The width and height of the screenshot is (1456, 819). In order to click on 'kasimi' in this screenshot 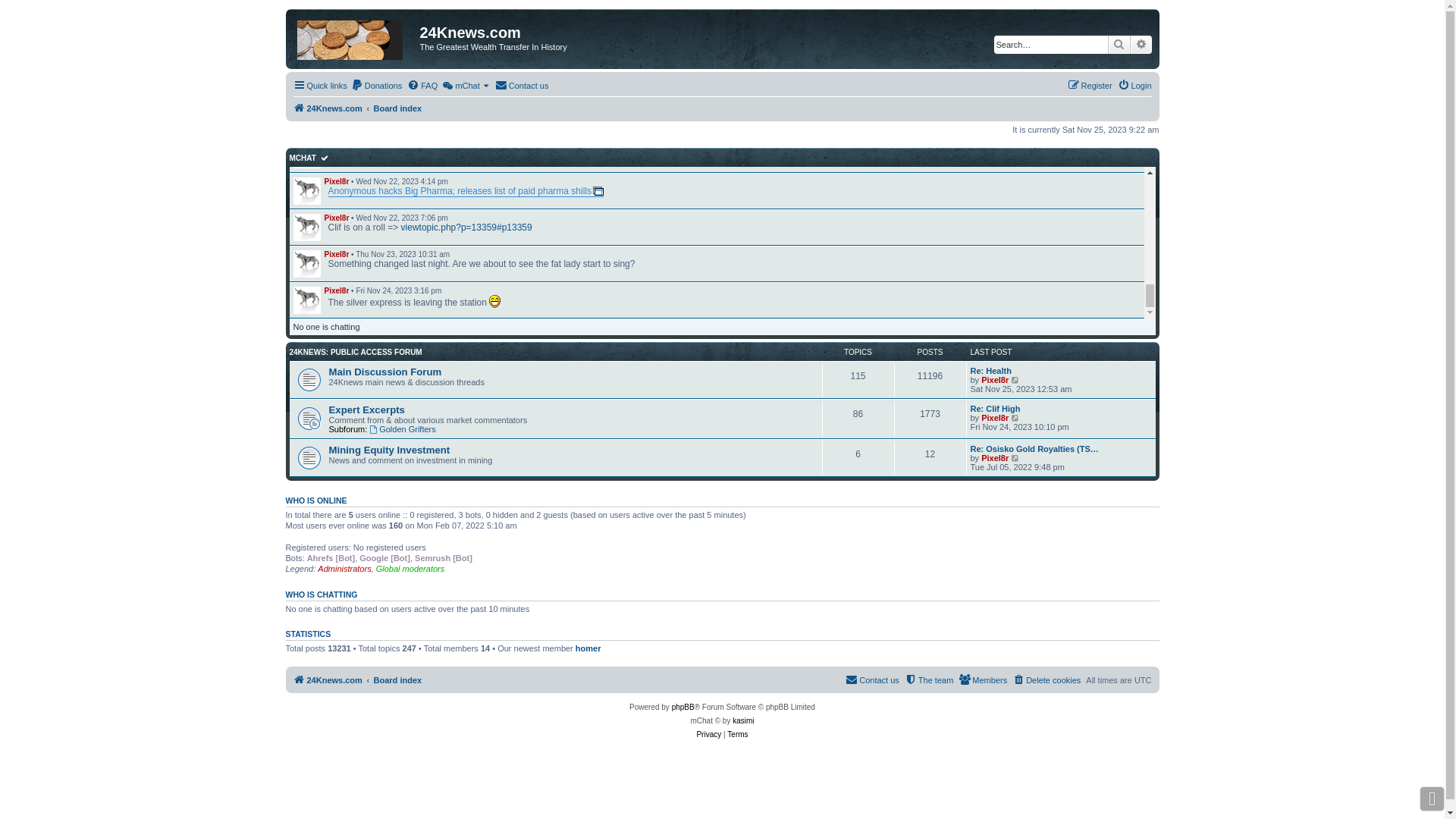, I will do `click(742, 720)`.